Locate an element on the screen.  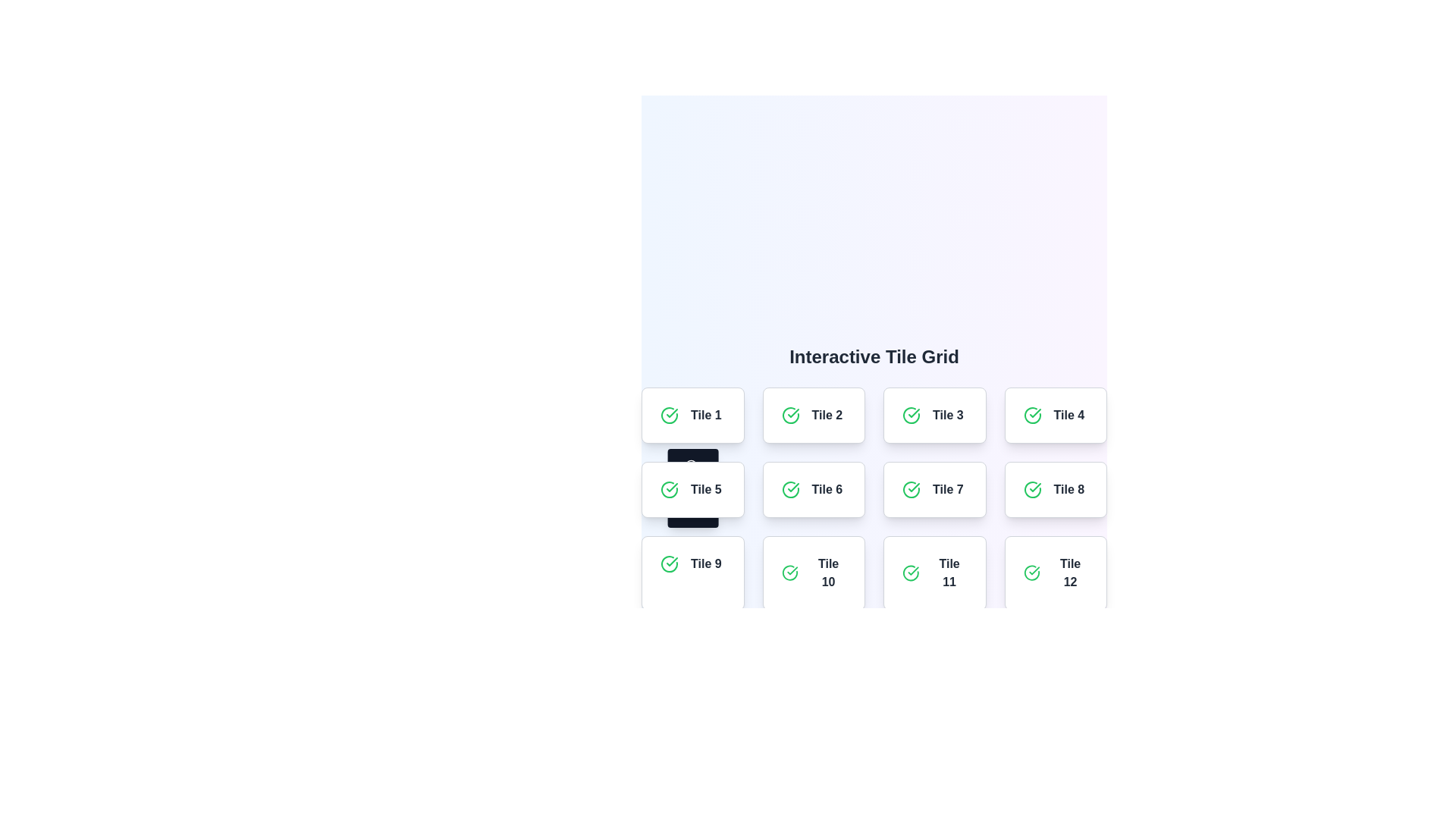
the text label displaying 'Tile 11' is located at coordinates (949, 573).